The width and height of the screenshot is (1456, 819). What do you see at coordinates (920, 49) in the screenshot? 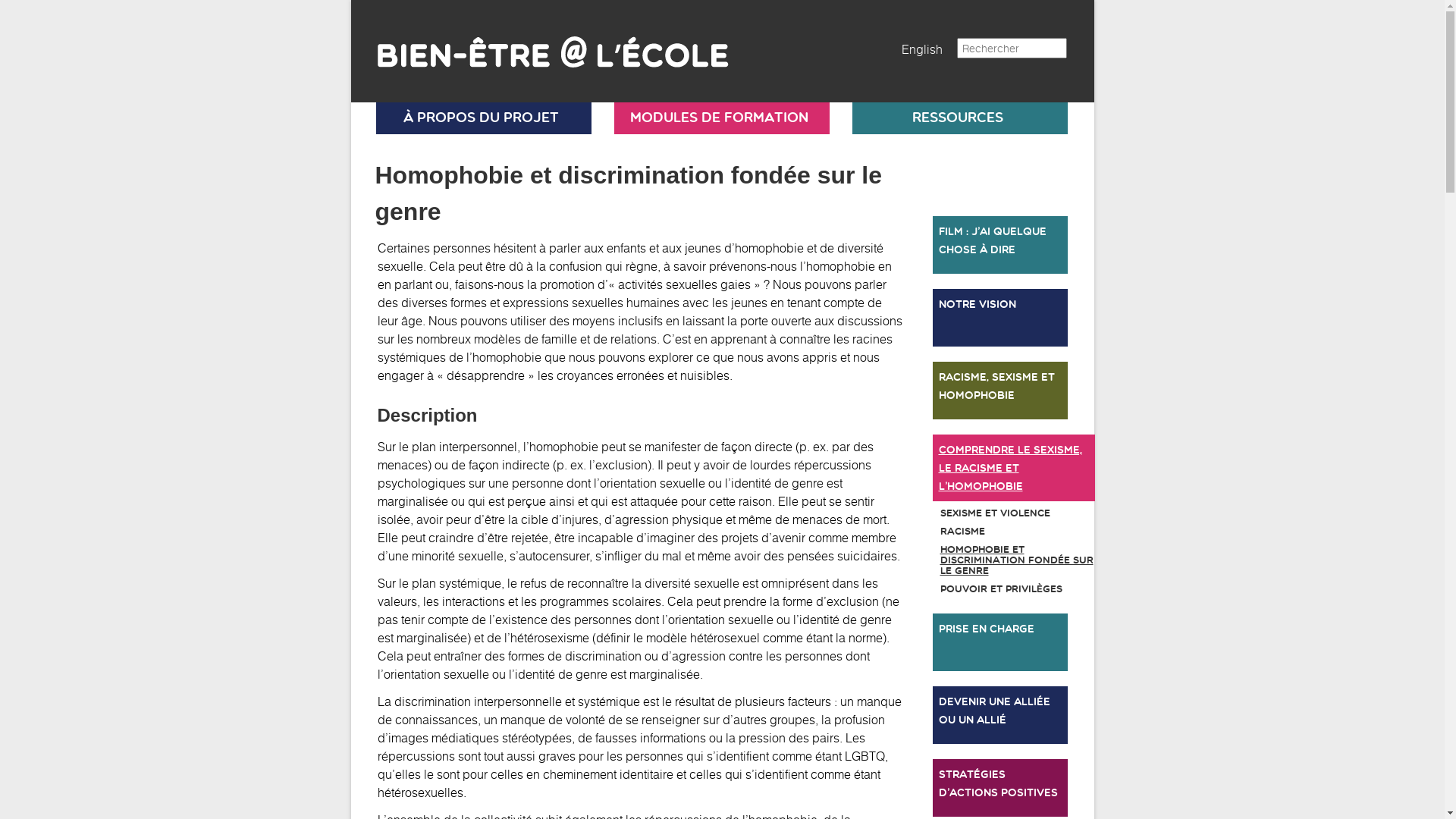
I see `'English'` at bounding box center [920, 49].